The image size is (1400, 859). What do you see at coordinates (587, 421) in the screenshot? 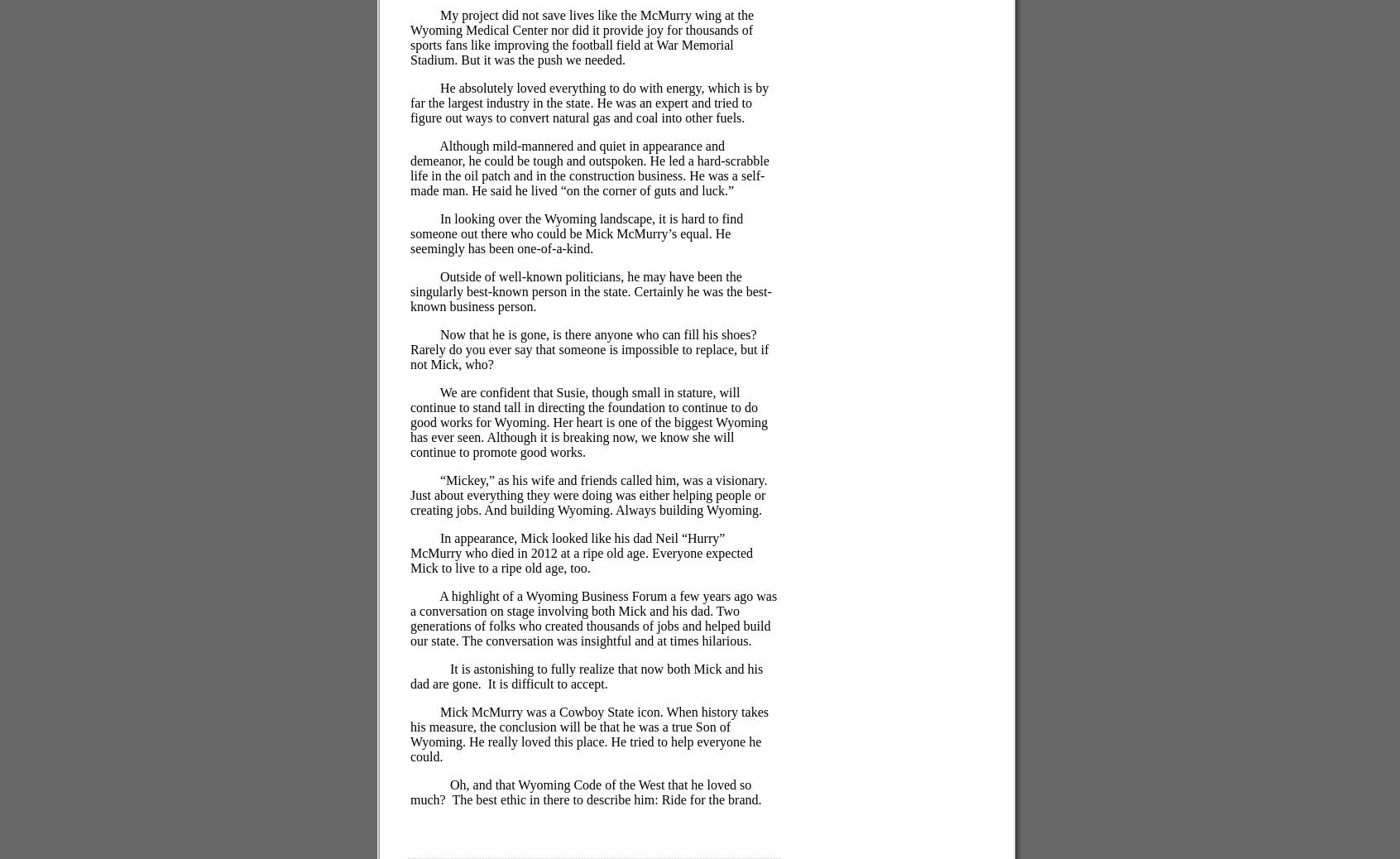
I see `'We are
confident that Susie, though small in stature, will continue to stand tall in
directing the foundation to continue to do good works for Wyoming. Her heart is
one of the biggest Wyoming has ever seen. Although it is breaking now, we know
she will continue to promote good works.'` at bounding box center [587, 421].